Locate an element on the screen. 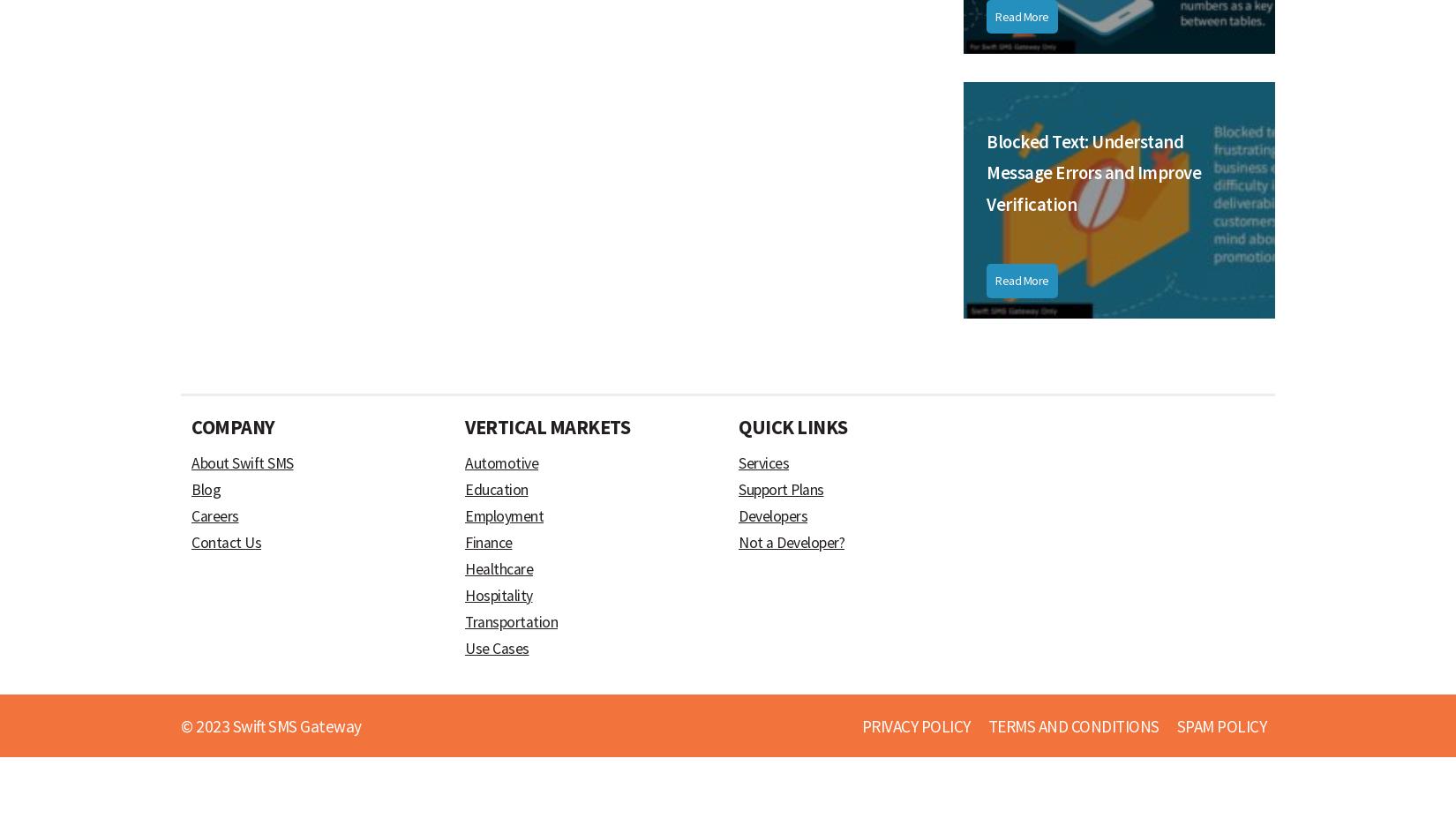 Image resolution: width=1456 pixels, height=826 pixels. 'Blog' is located at coordinates (191, 488).